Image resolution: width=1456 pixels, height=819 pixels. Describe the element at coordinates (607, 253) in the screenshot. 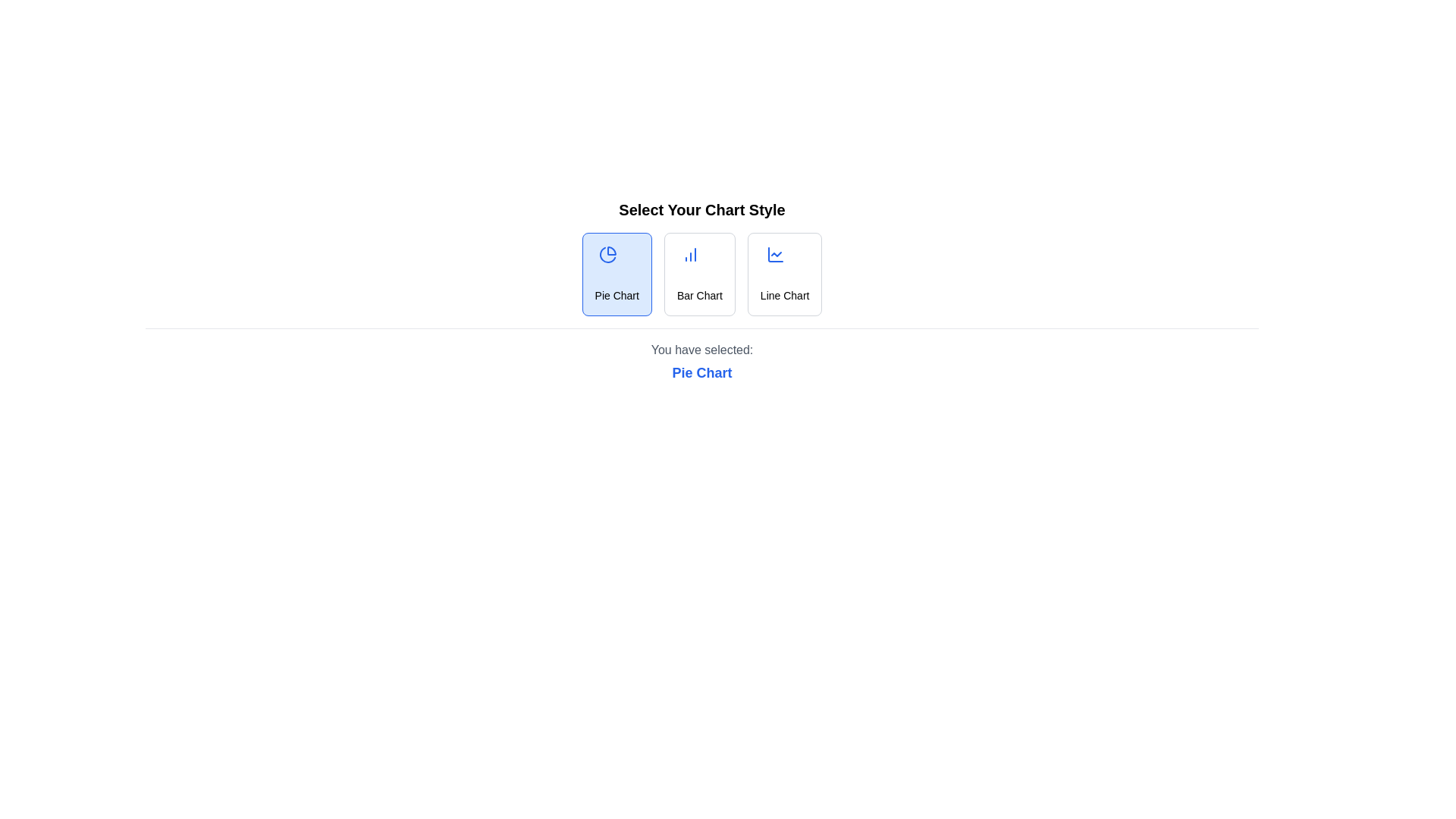

I see `the pie chart icon, which is the first icon on the left in the chart selection interface` at that location.